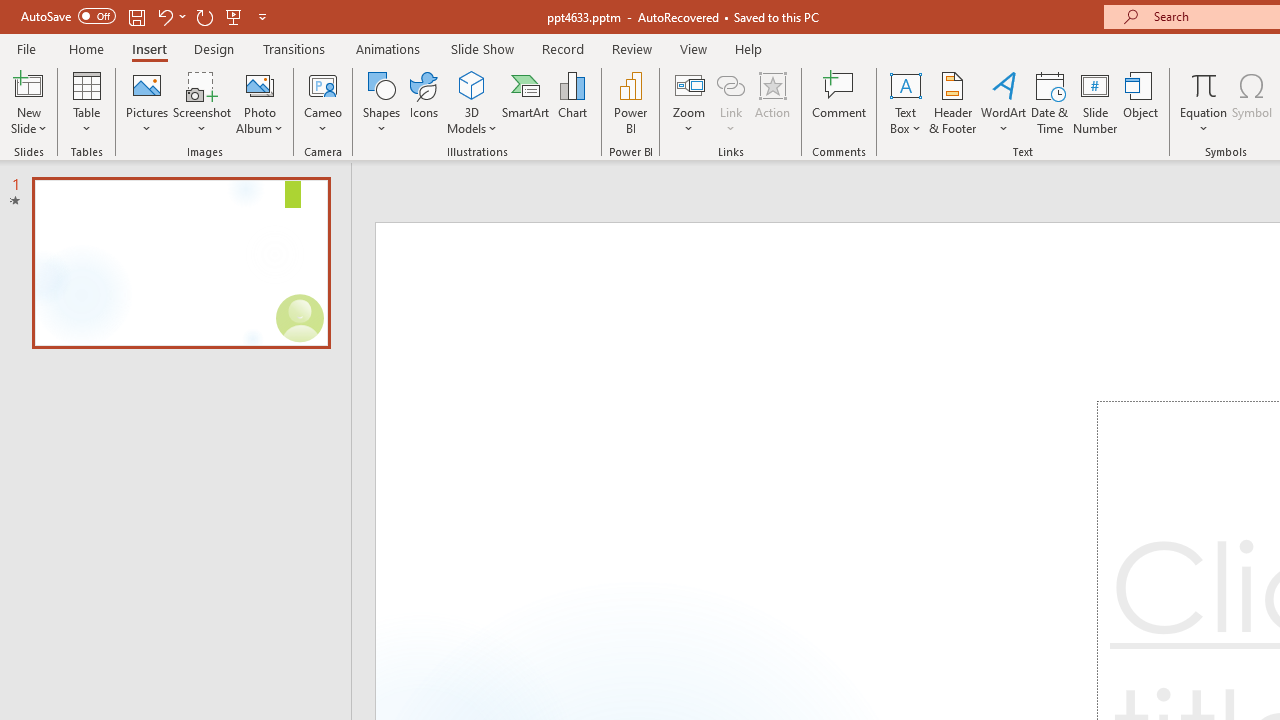 The image size is (1280, 720). Describe the element at coordinates (471, 103) in the screenshot. I see `'3D Models'` at that location.